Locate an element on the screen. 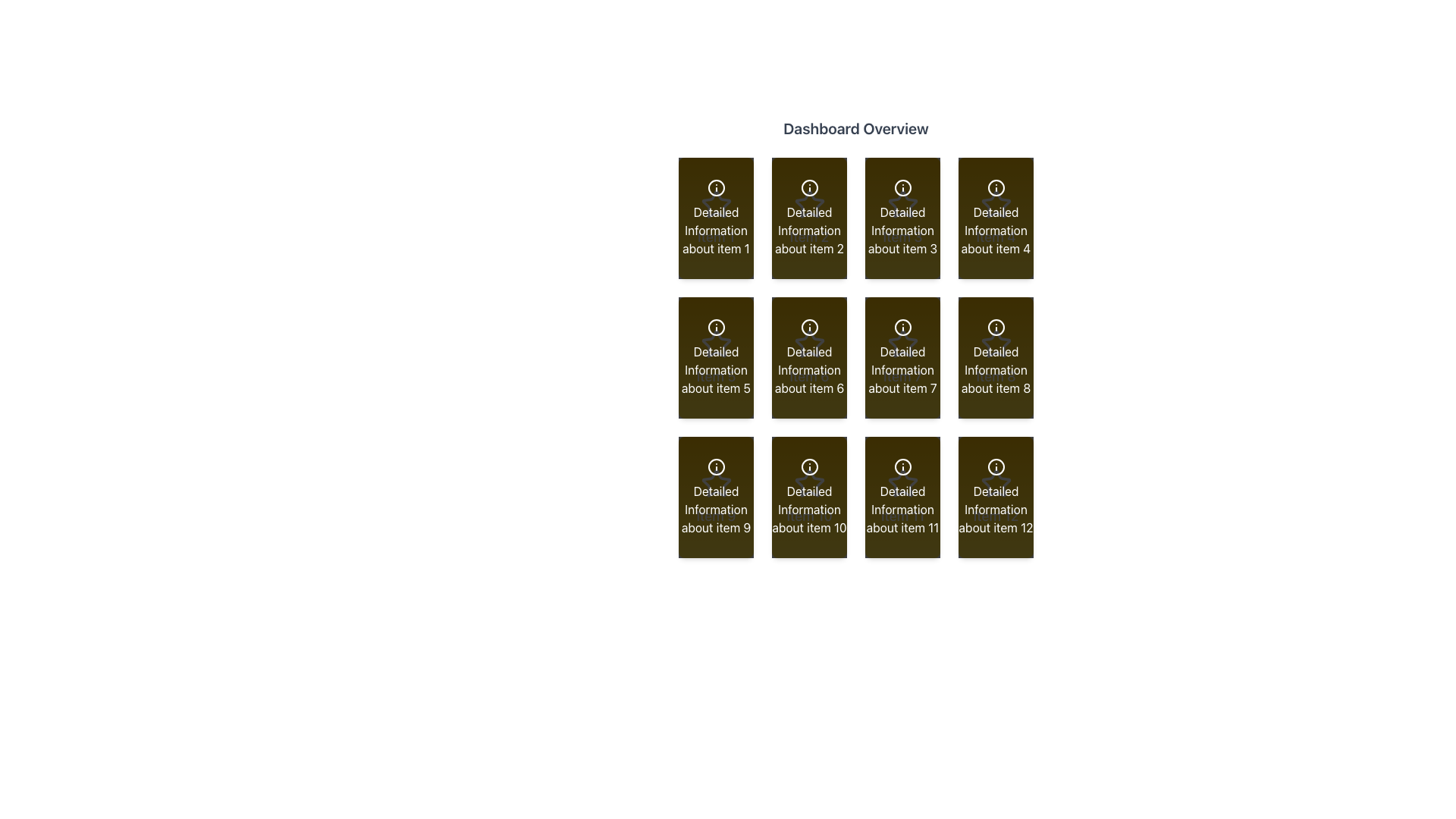  static text label displaying 'Item 8' which is part of a yellow gradient card in the second row and fourth column of the grid layout is located at coordinates (996, 376).